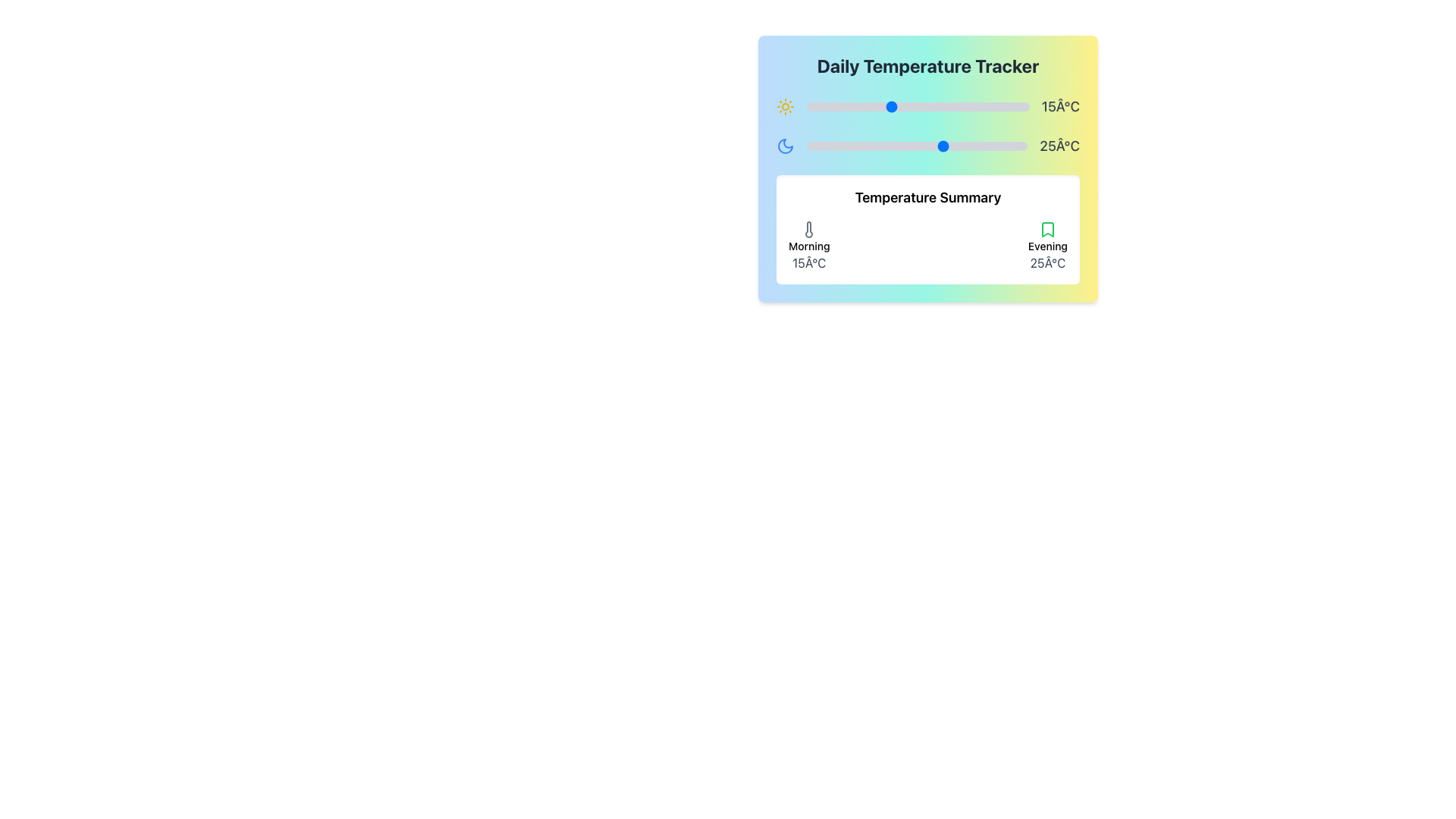 The height and width of the screenshot is (819, 1456). I want to click on the thermometer icon representing the morning temperature in the 'Temperature Summary' section of the user interface, so click(808, 230).